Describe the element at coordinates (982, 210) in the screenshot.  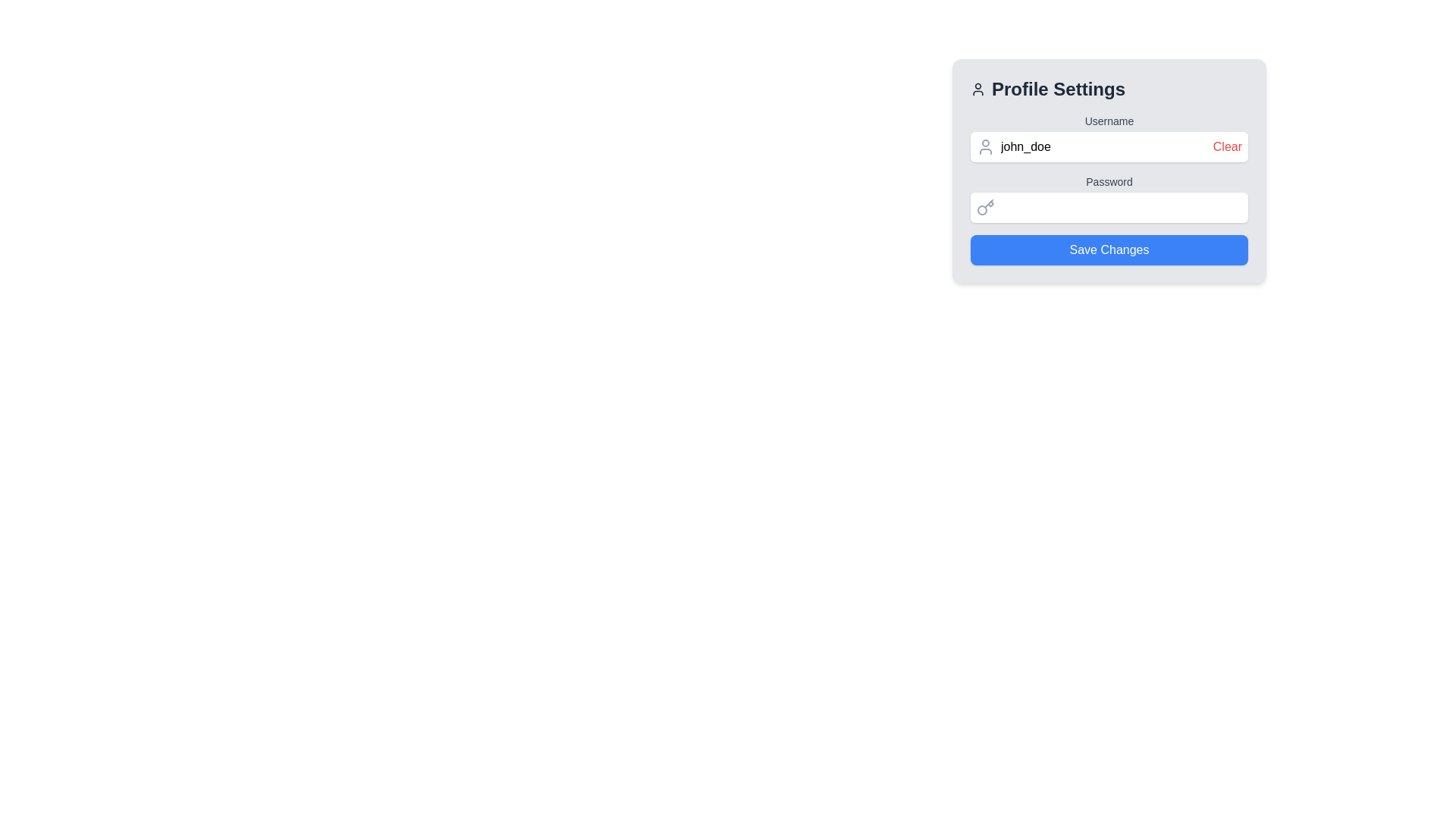
I see `the Circle element that is part of the key icon in the SVG graphic, located near the top-right corner of the password input field` at that location.